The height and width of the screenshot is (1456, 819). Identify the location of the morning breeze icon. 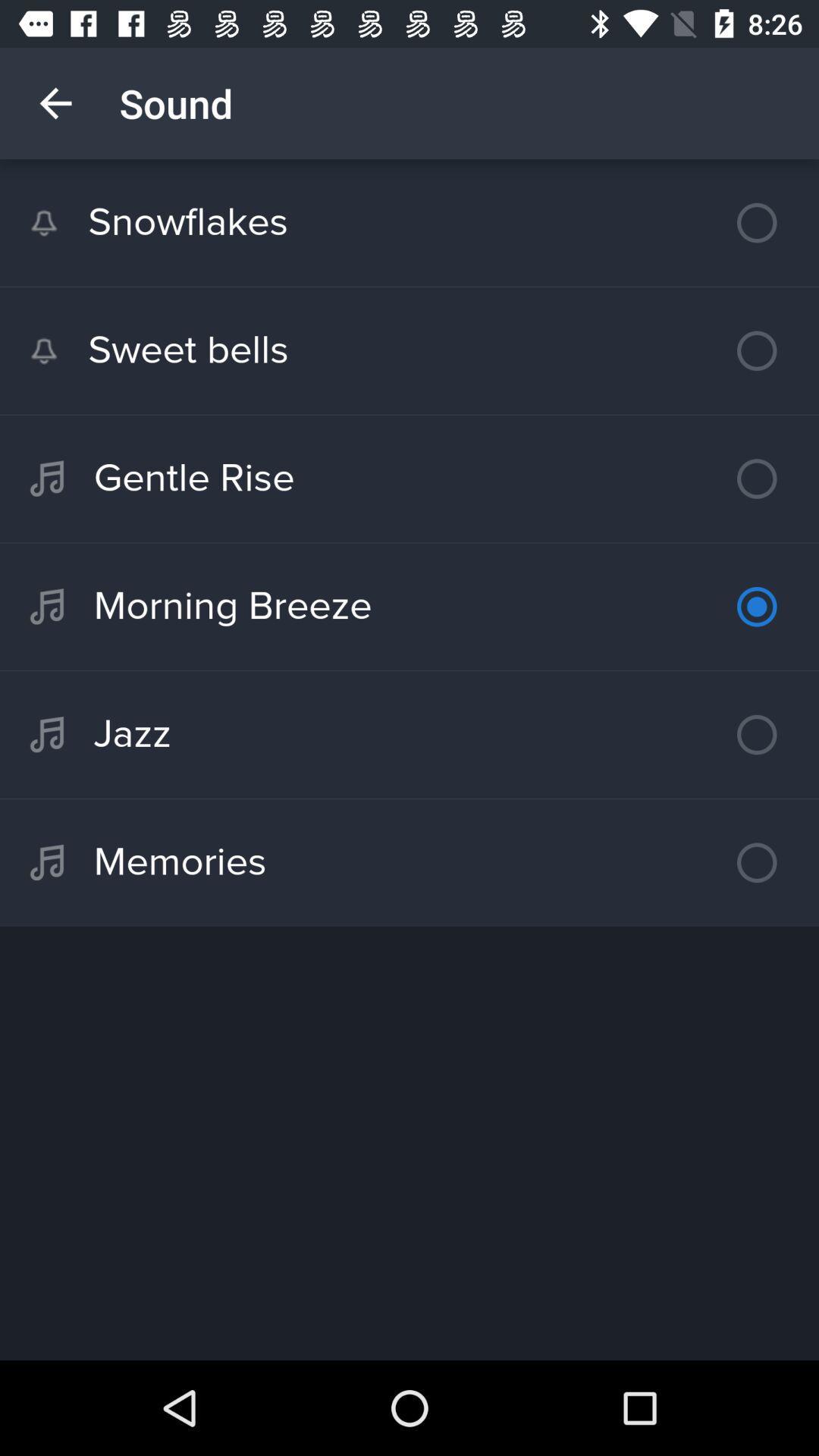
(409, 607).